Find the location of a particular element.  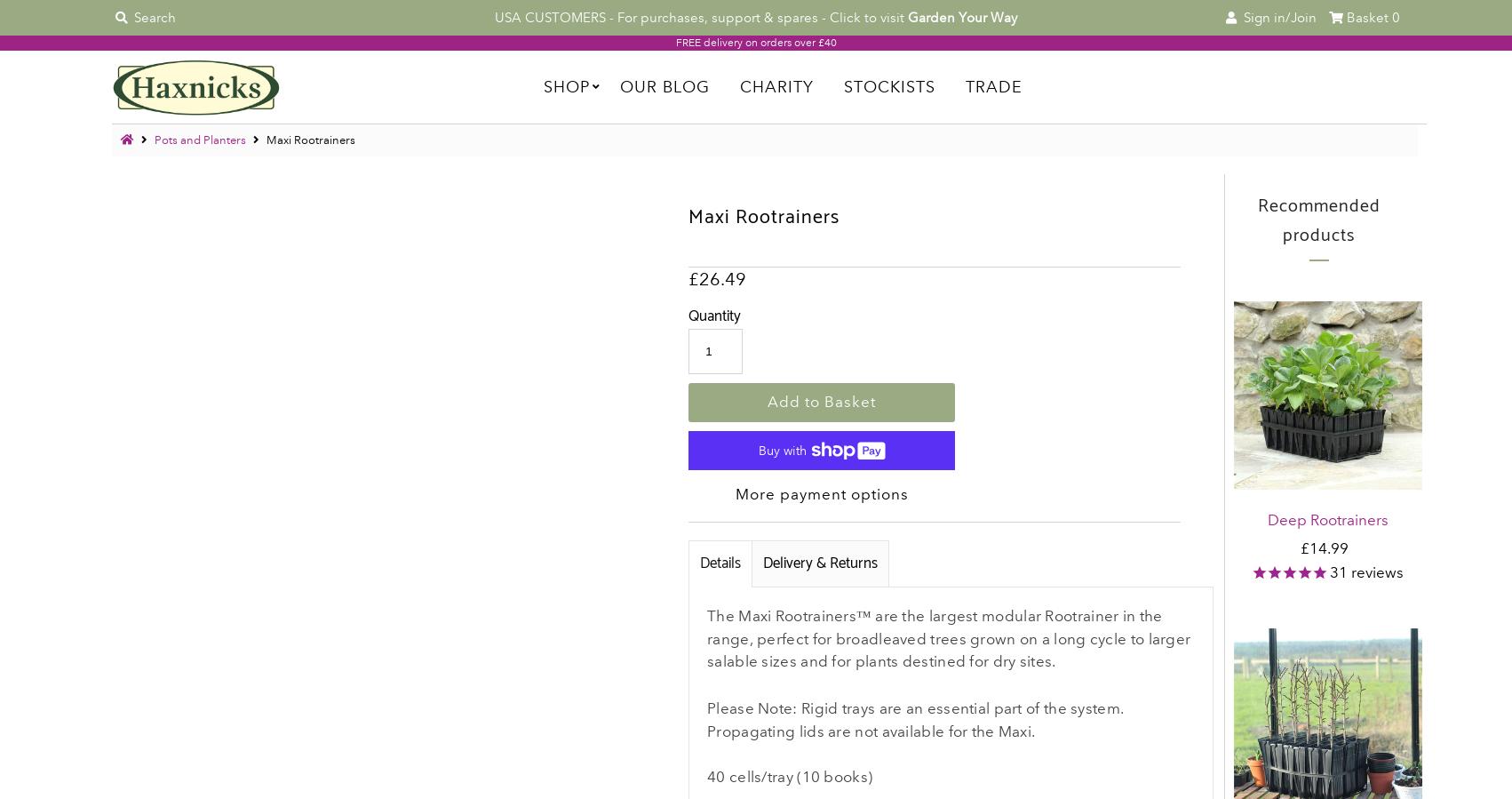

'Buy with' is located at coordinates (758, 451).